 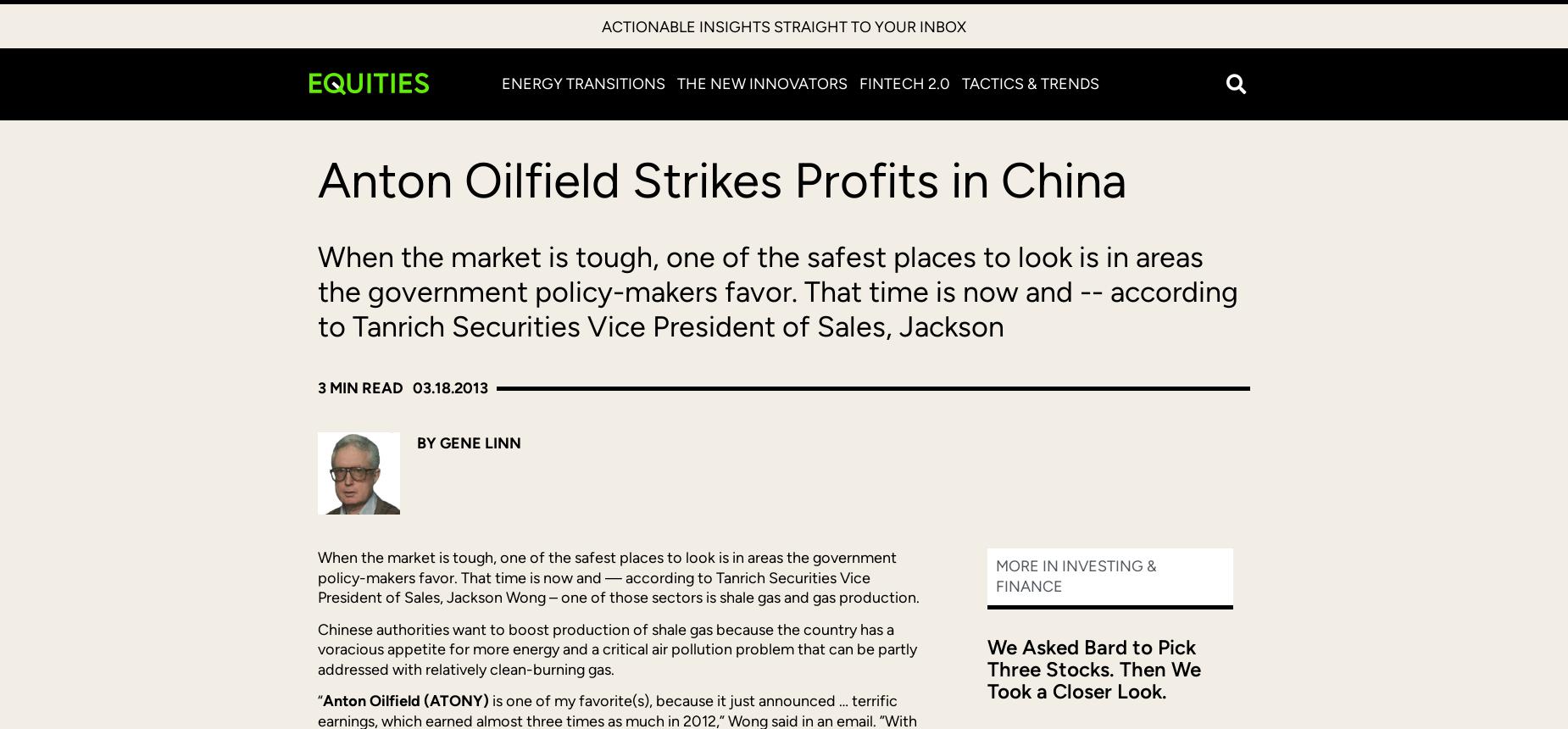 I want to click on 'By Gene Linn', so click(x=416, y=442).